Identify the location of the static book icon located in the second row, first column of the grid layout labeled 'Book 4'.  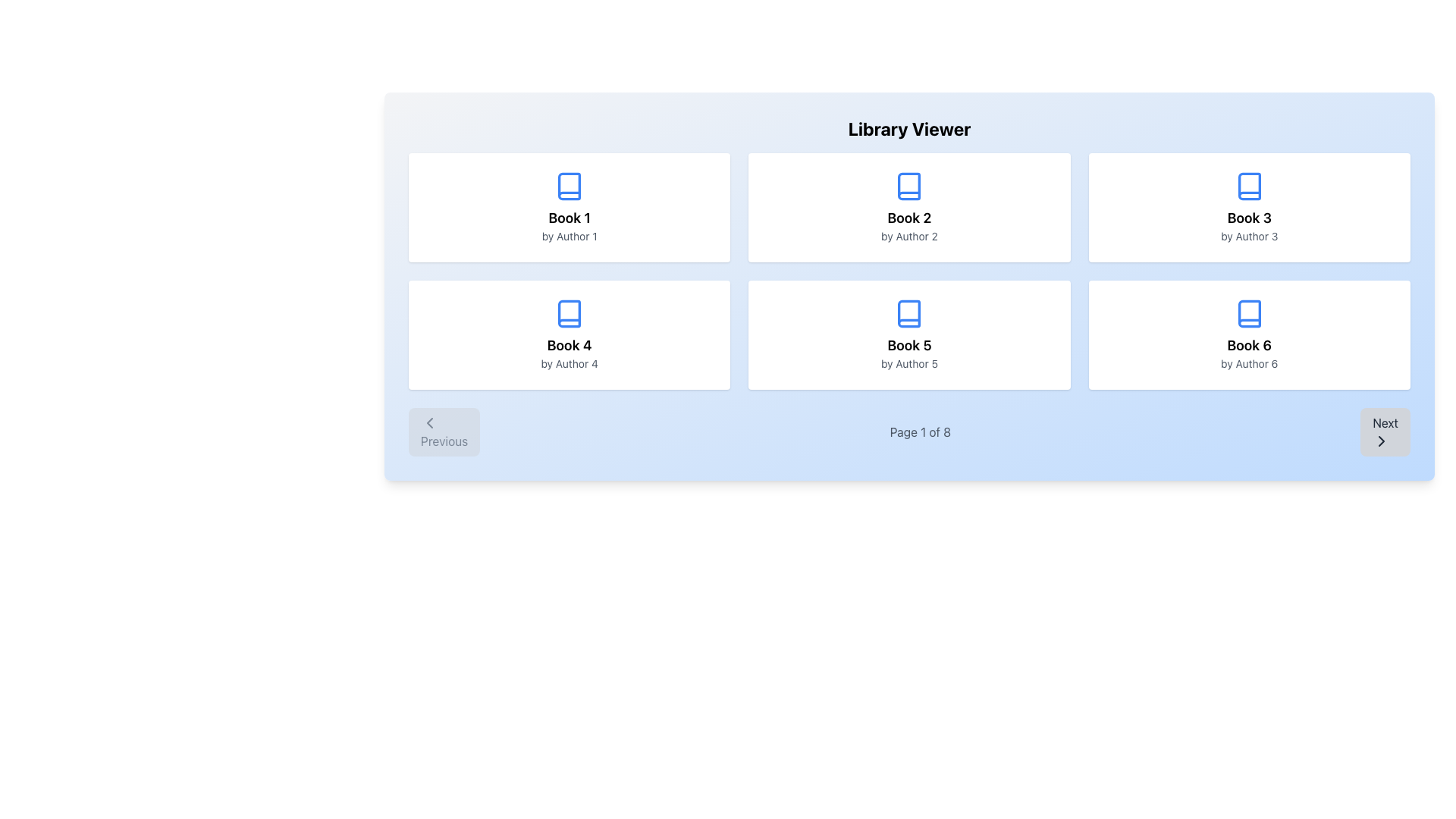
(569, 312).